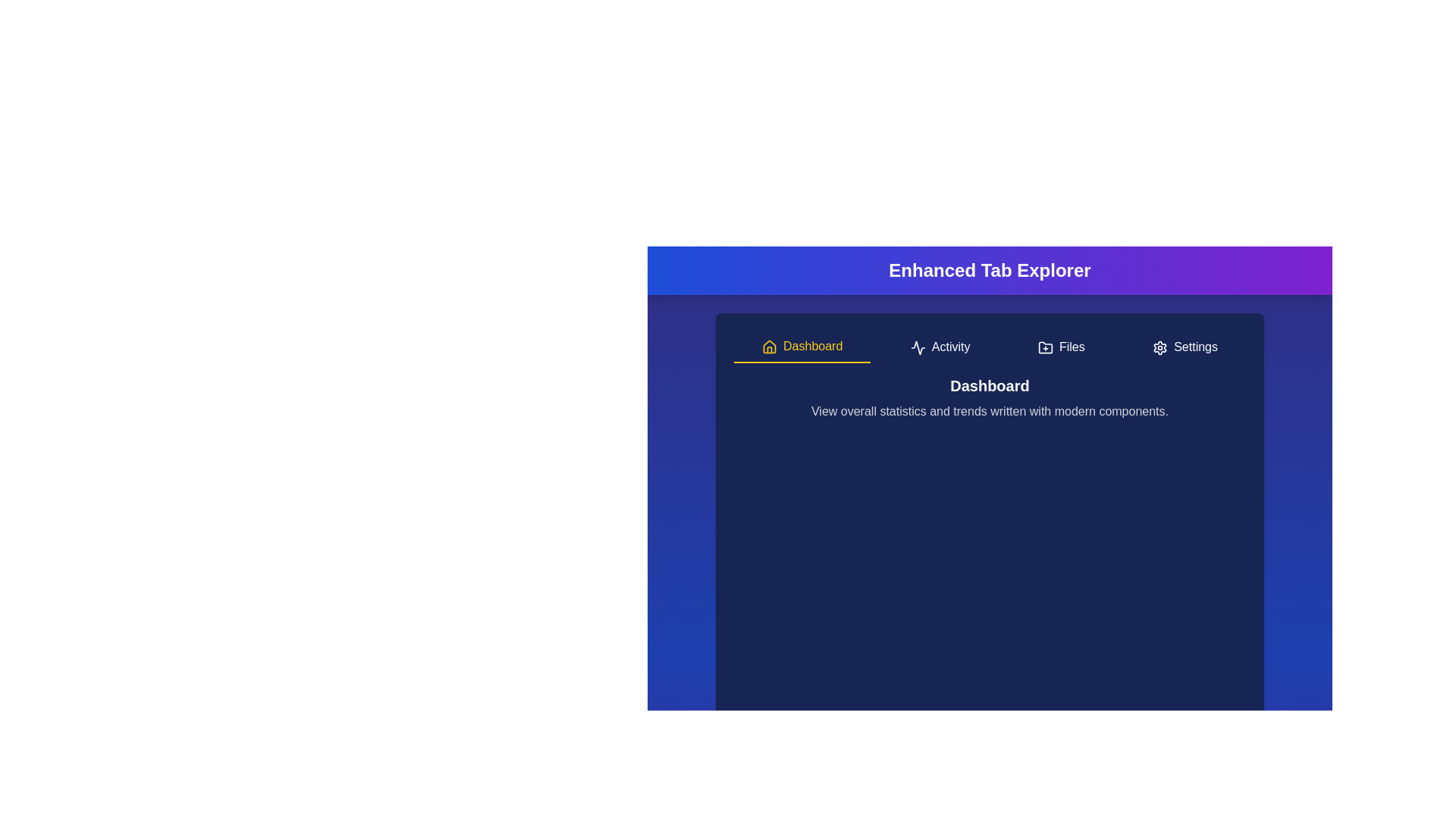 This screenshot has height=819, width=1456. Describe the element at coordinates (802, 347) in the screenshot. I see `the Dashboard tab to navigate to it` at that location.